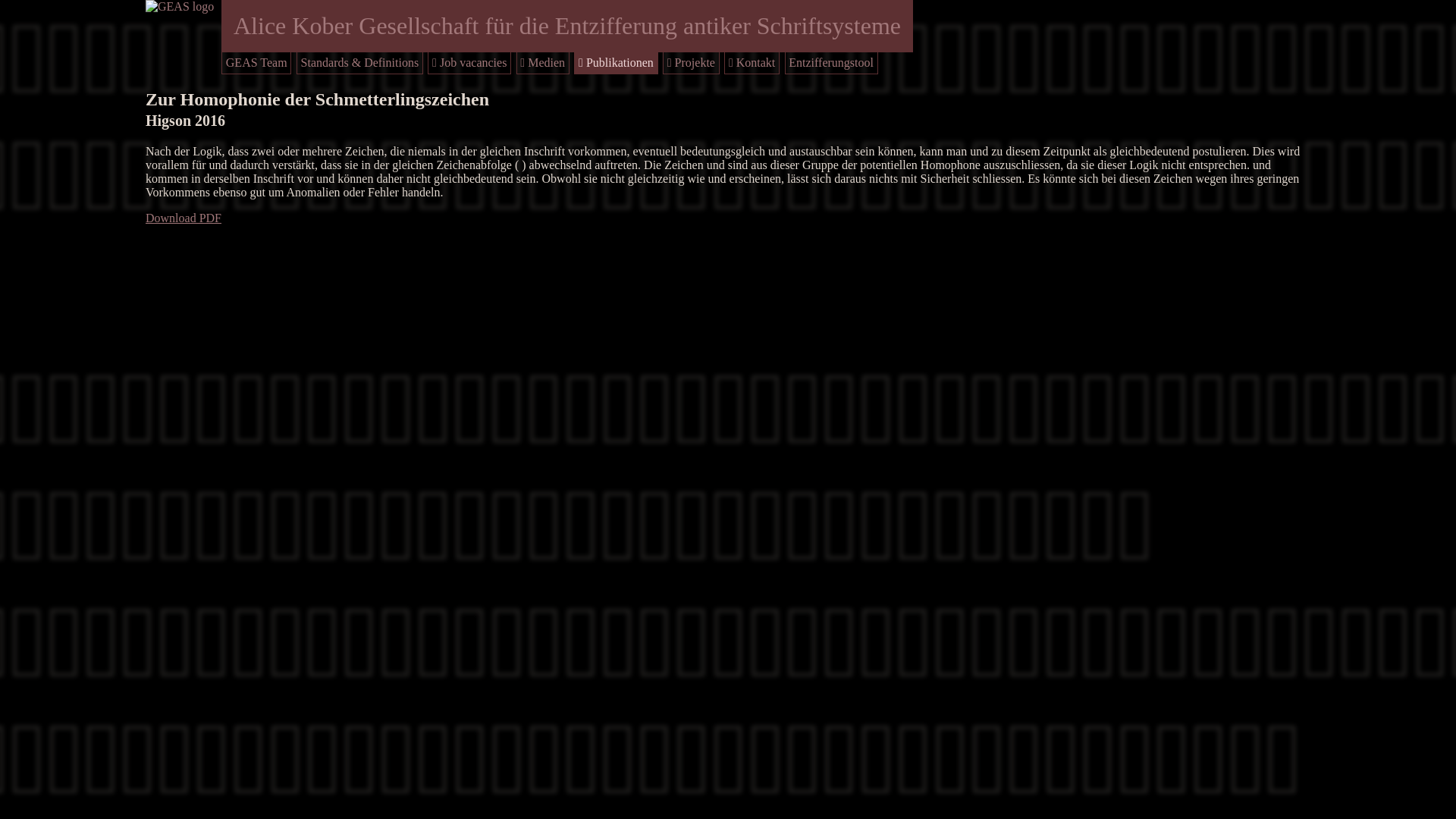  What do you see at coordinates (256, 61) in the screenshot?
I see `'GEAS Team'` at bounding box center [256, 61].